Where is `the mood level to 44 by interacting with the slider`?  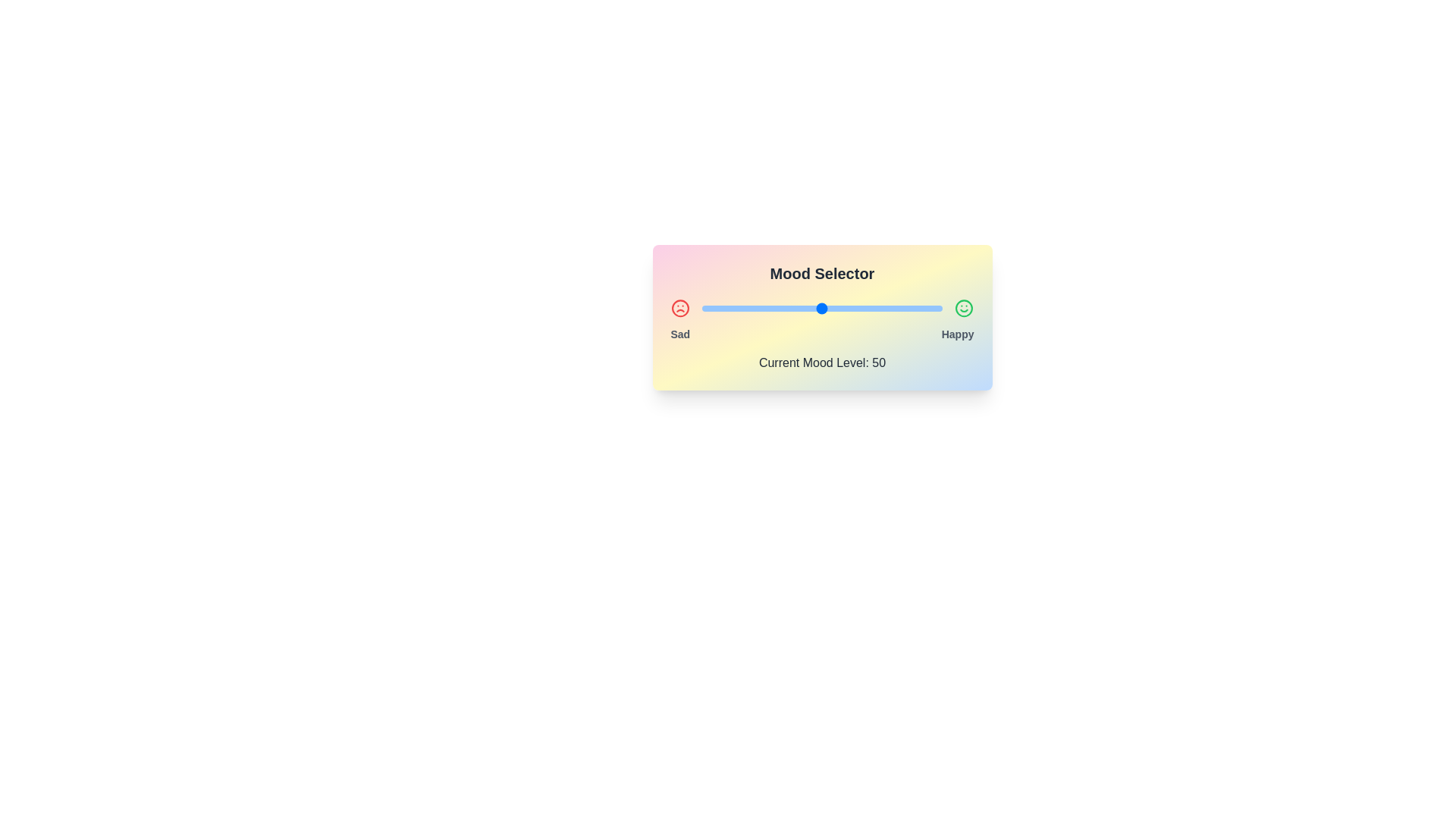
the mood level to 44 by interacting with the slider is located at coordinates (807, 308).